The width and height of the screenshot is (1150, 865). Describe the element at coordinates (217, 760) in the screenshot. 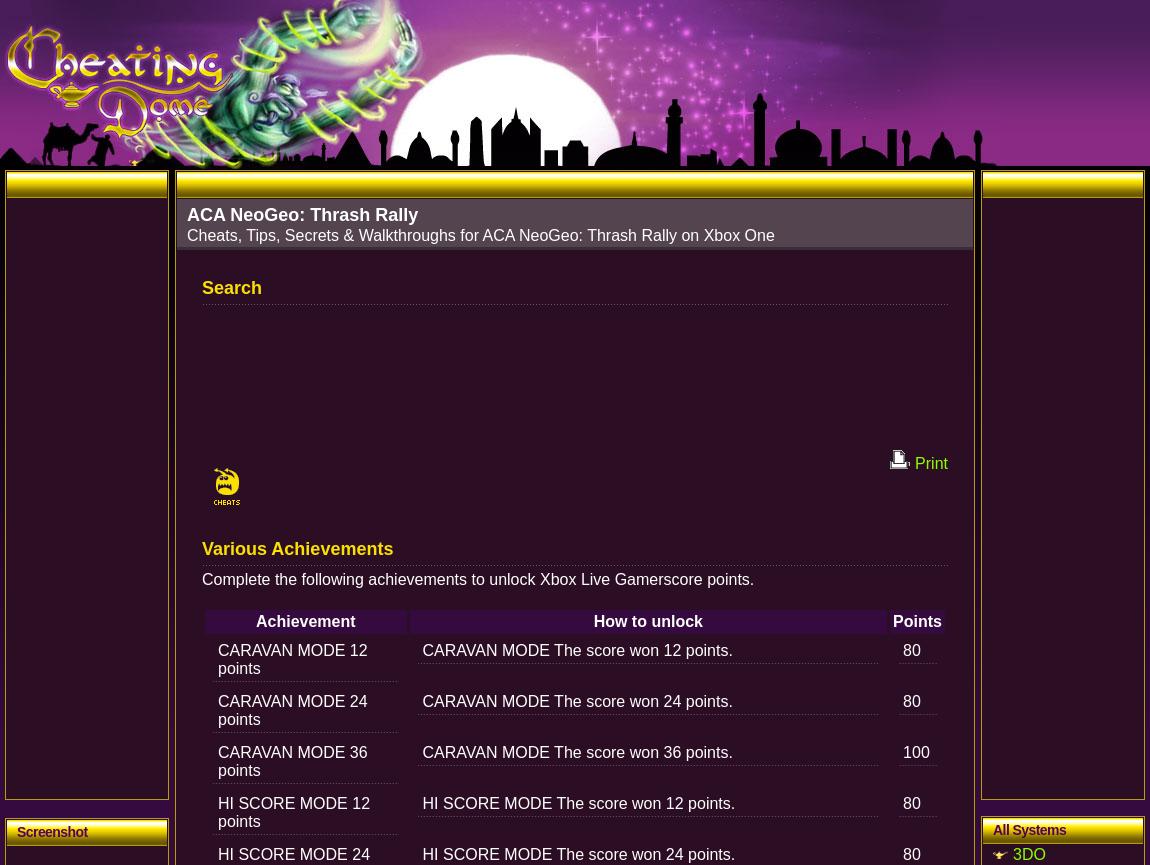

I see `'CARAVAN MODE 36 points'` at that location.